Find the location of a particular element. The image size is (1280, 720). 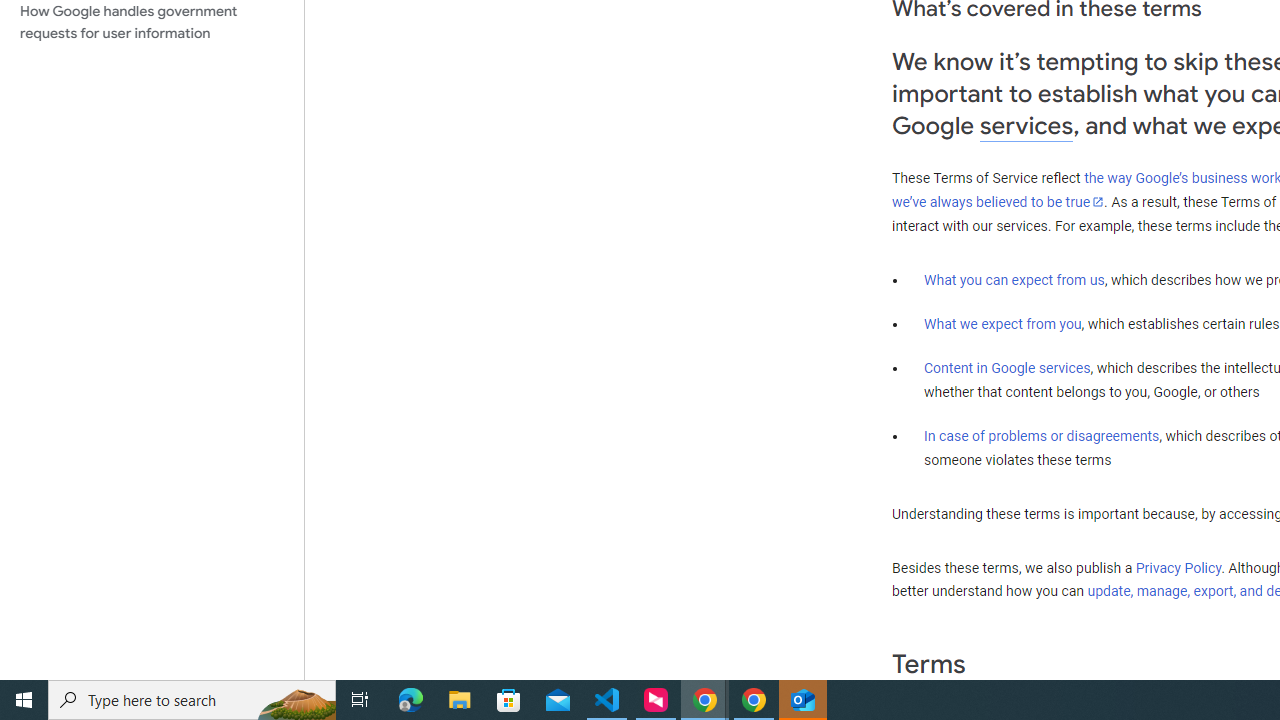

'What you can expect from us' is located at coordinates (1014, 279).